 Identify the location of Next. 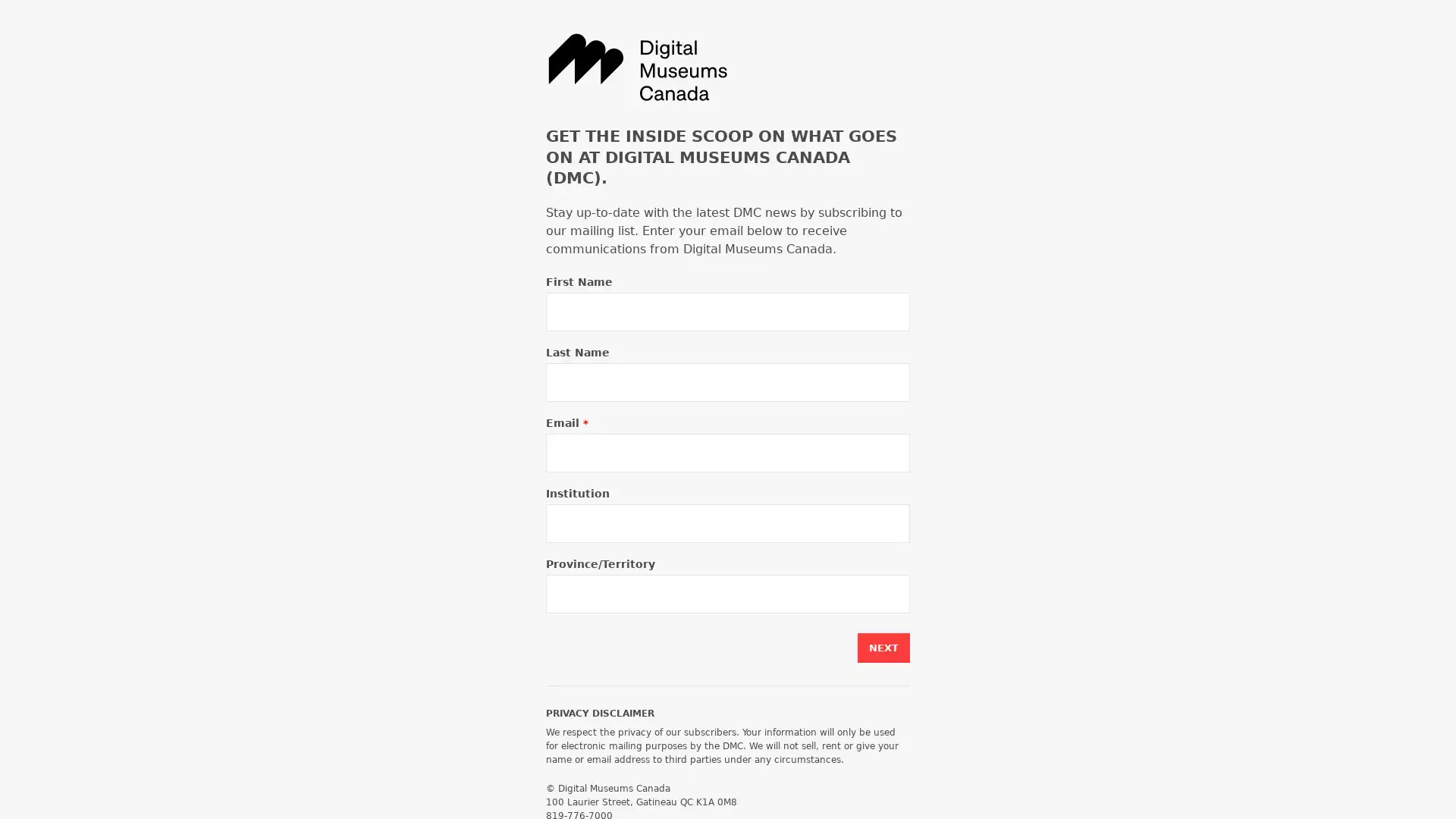
(883, 648).